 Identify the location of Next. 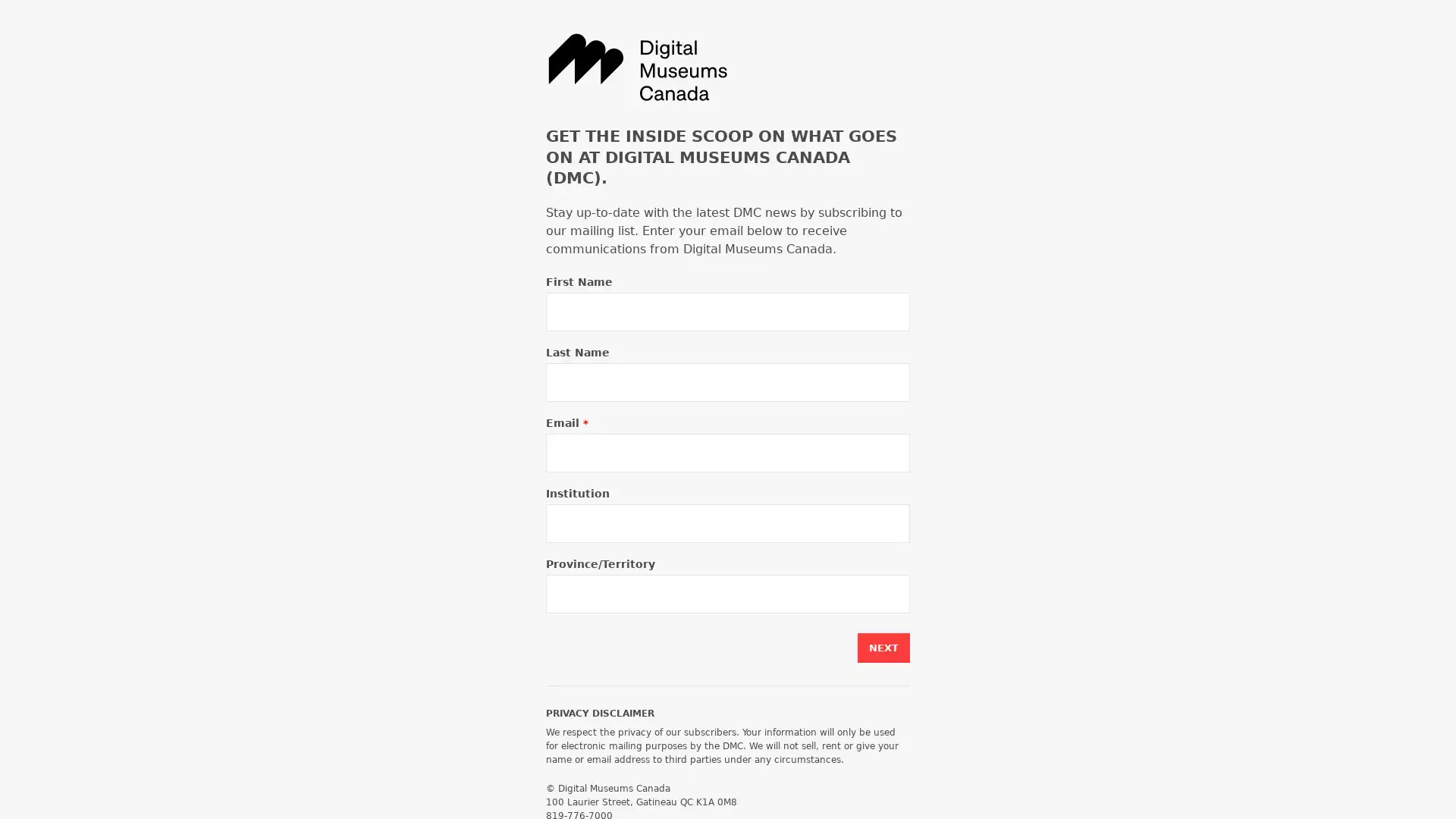
(883, 648).